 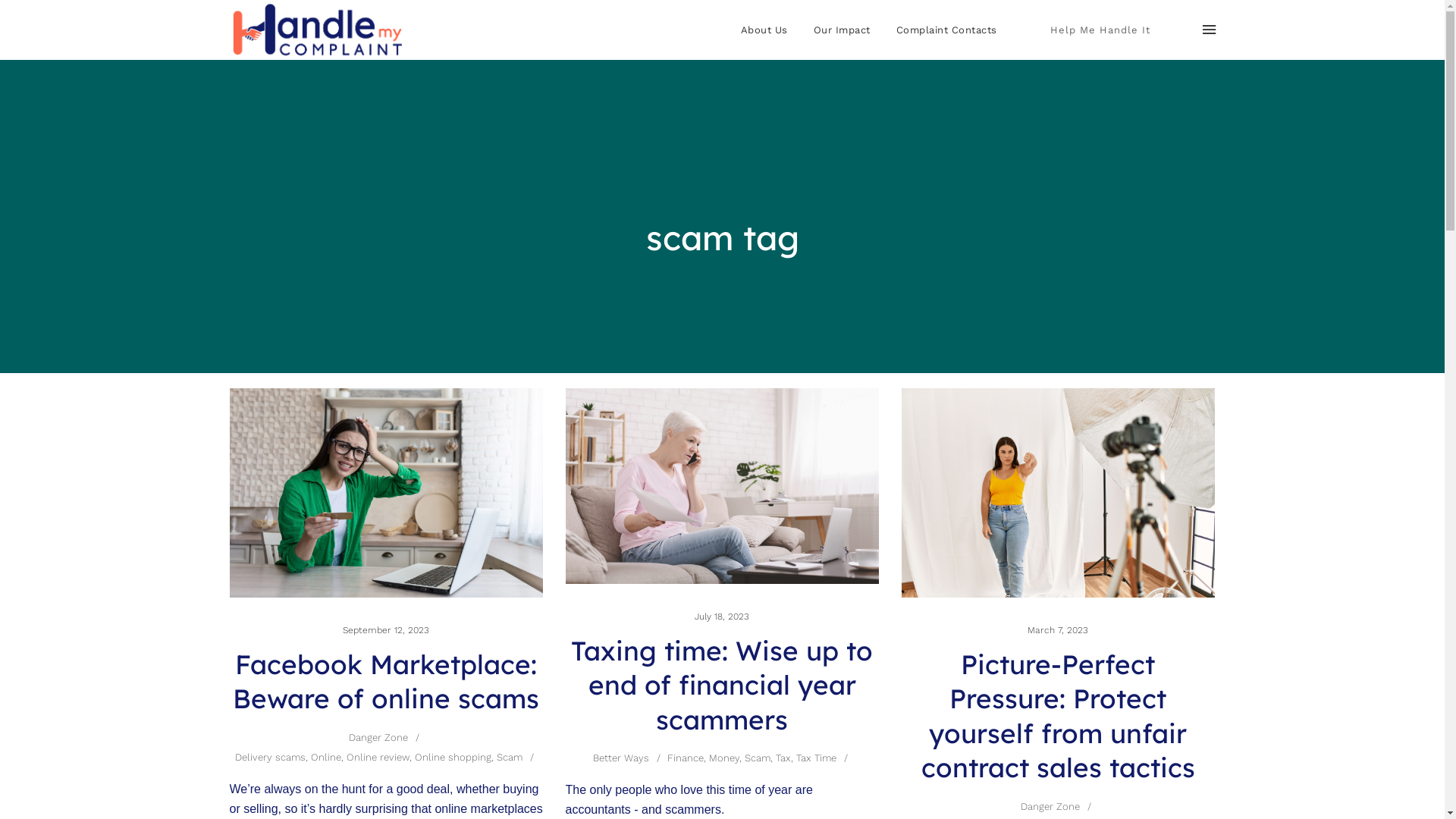 What do you see at coordinates (783, 758) in the screenshot?
I see `'Tax'` at bounding box center [783, 758].